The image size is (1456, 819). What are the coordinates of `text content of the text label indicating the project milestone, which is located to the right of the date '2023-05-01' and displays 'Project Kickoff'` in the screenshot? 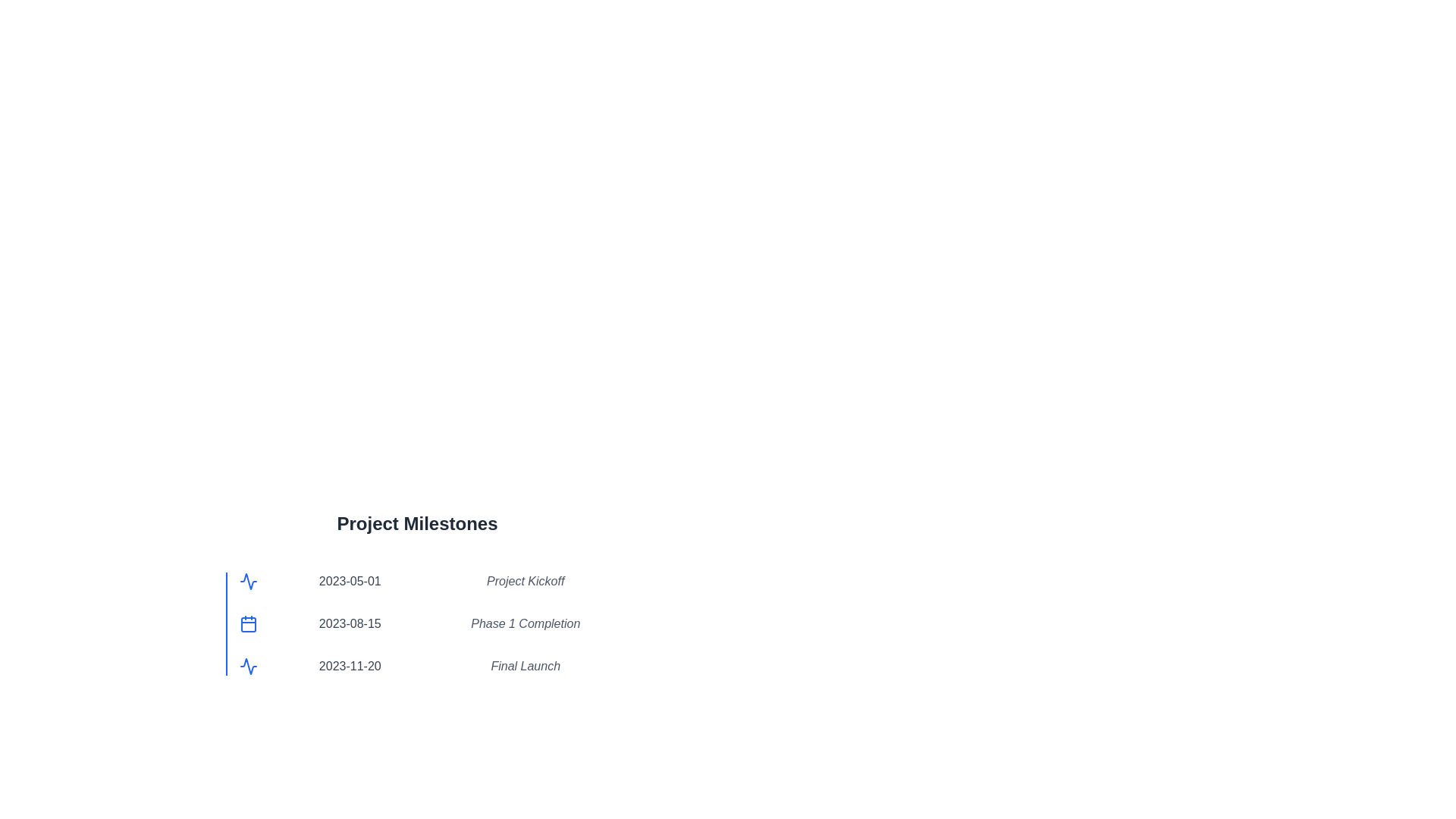 It's located at (526, 581).